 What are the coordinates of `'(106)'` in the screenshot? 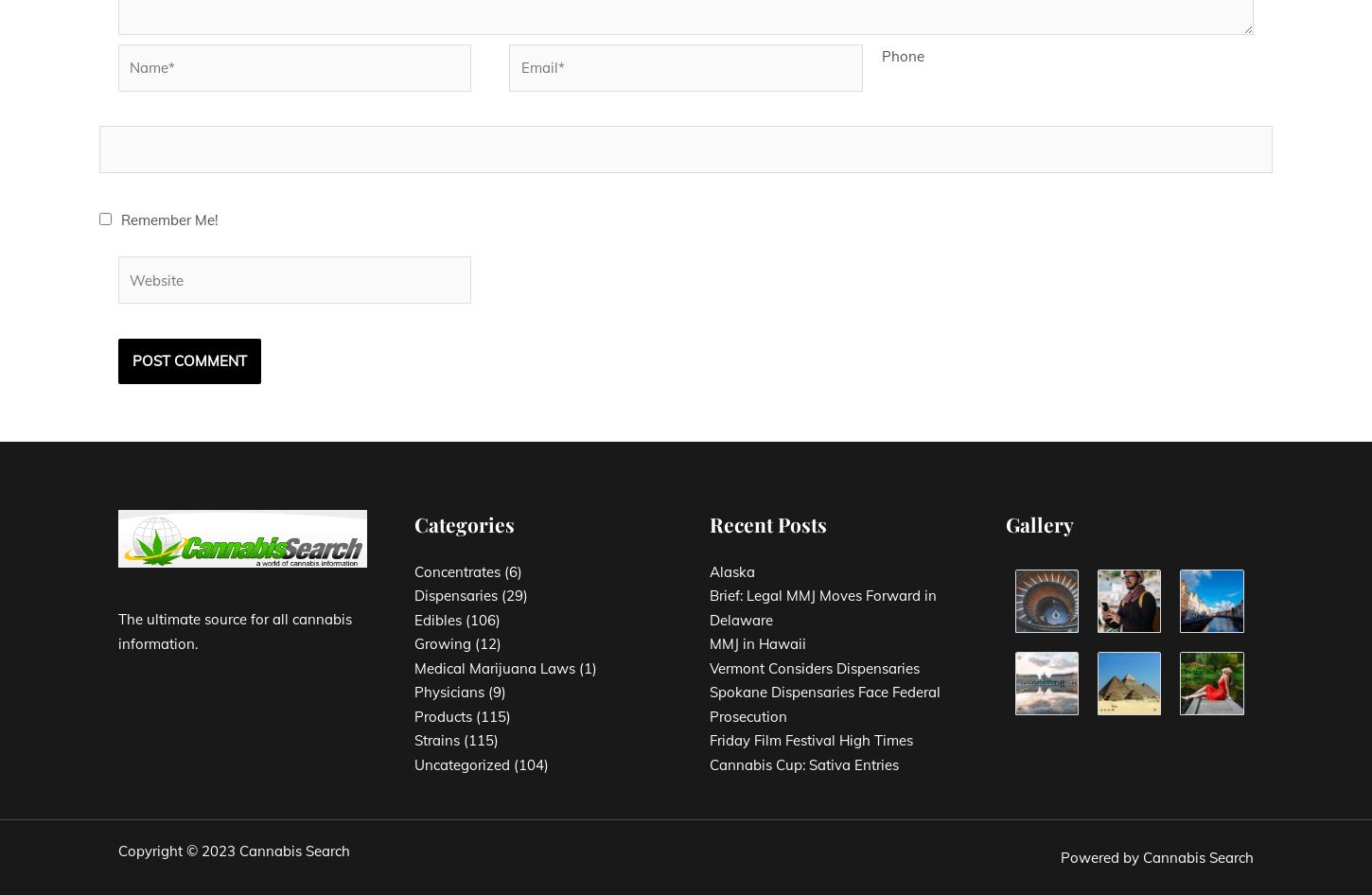 It's located at (480, 619).